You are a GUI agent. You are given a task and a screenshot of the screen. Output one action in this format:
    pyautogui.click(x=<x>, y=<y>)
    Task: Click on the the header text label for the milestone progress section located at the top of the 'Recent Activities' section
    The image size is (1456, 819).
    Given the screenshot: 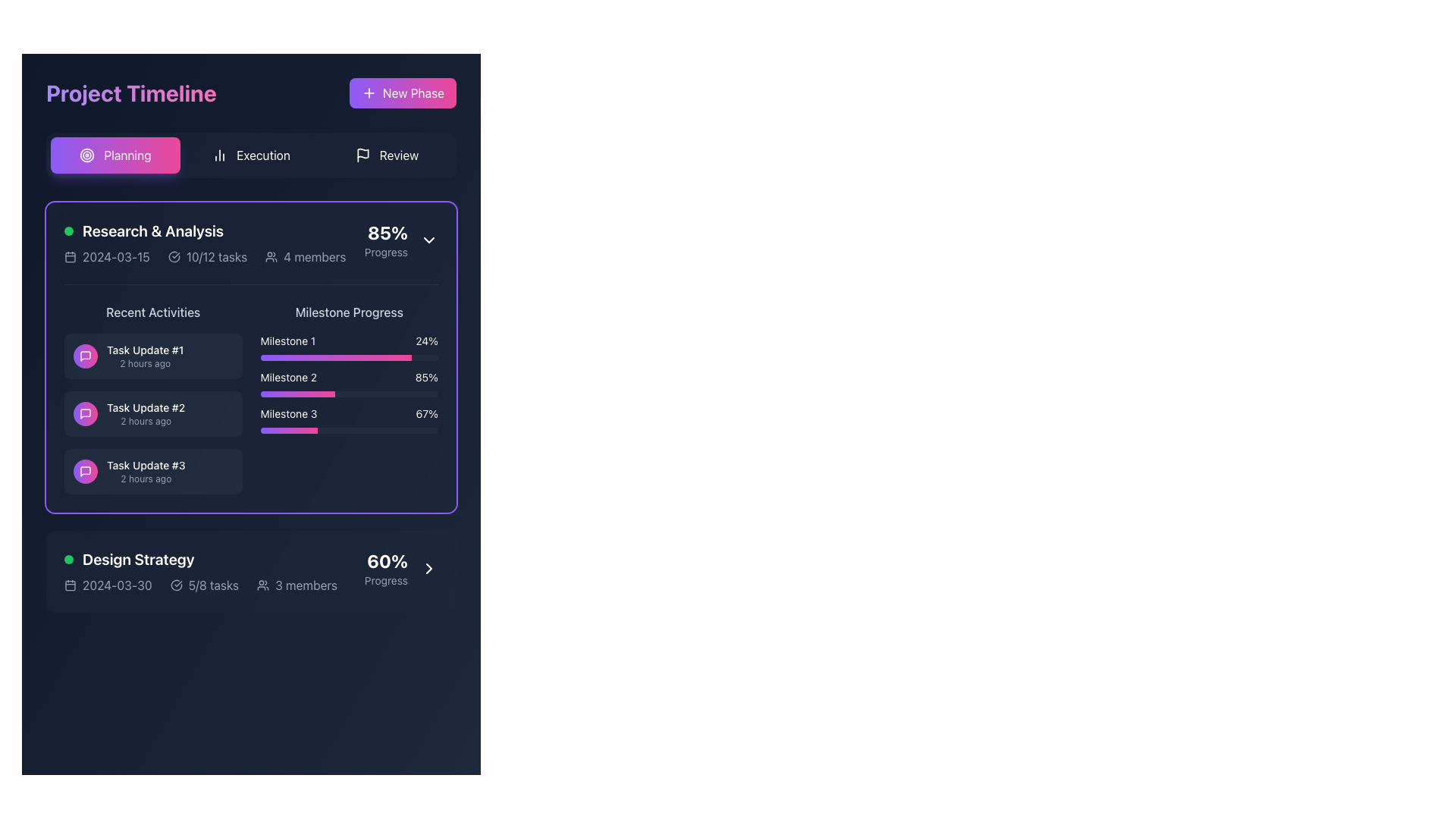 What is the action you would take?
    pyautogui.click(x=348, y=312)
    